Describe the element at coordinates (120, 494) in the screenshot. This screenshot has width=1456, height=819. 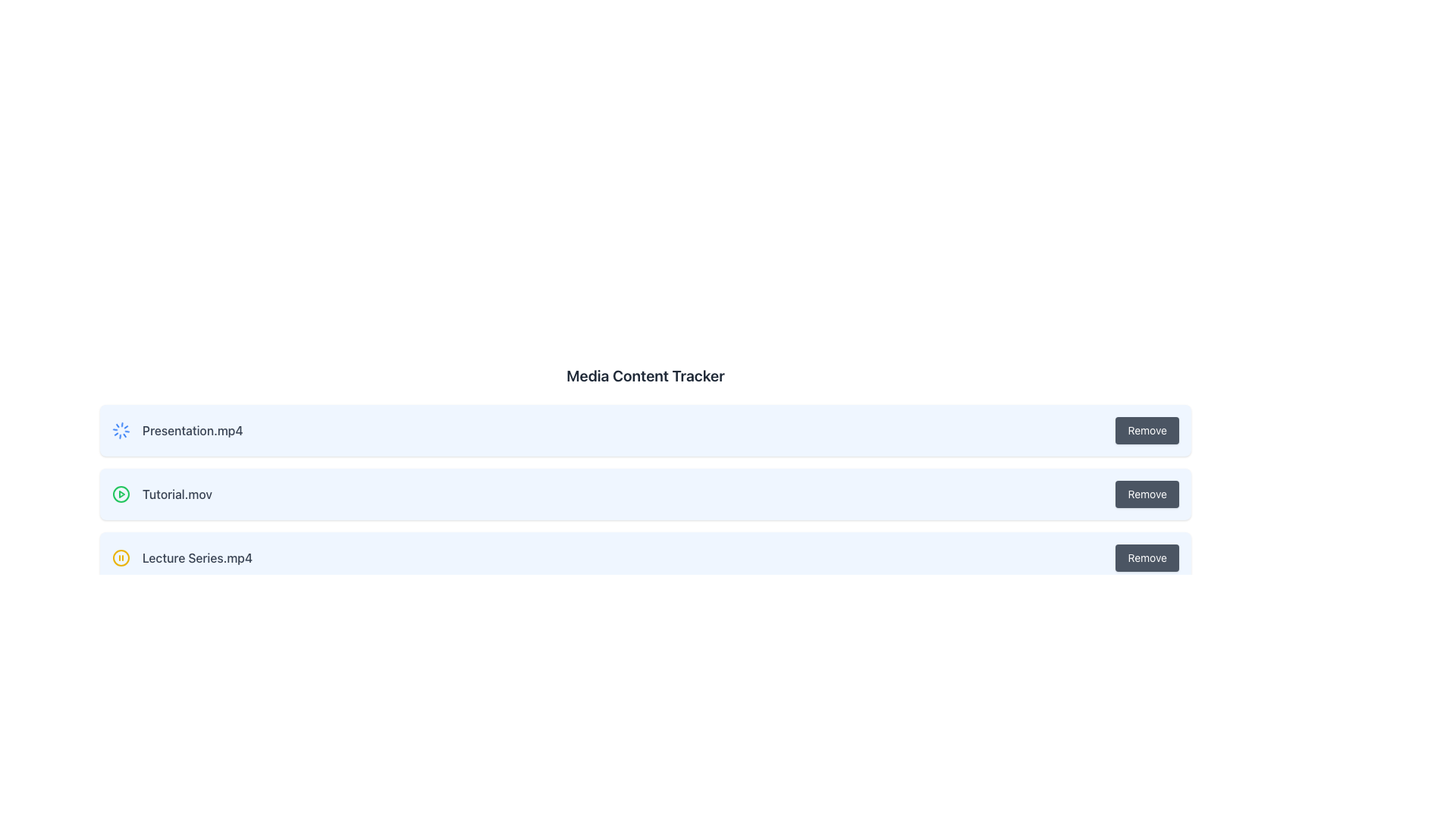
I see `the play button icon located to the left of the text 'Tutorial.mov' in the middle row of the media content tracker interface to initiate video playback` at that location.